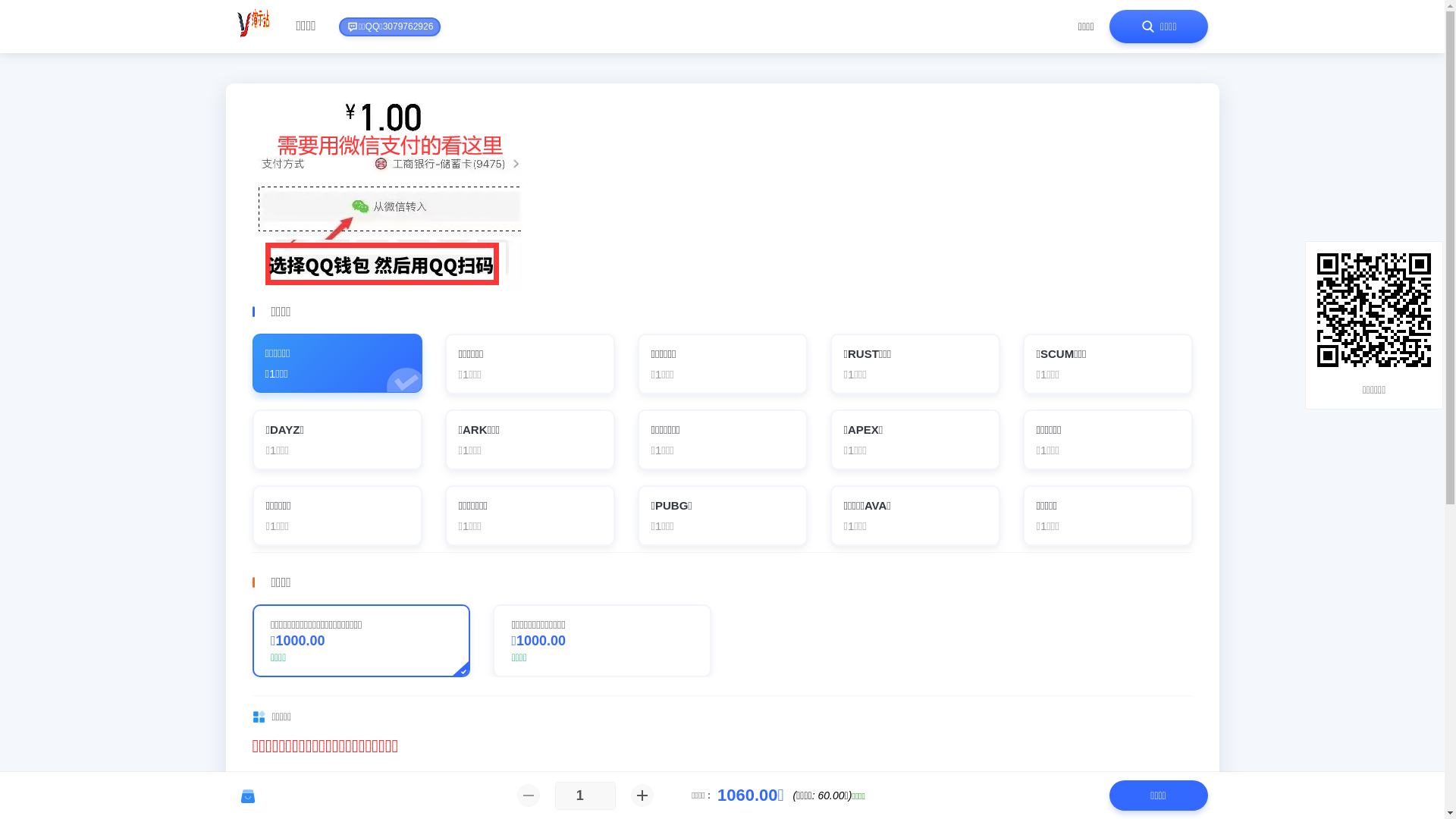 The height and width of the screenshot is (819, 1456). Describe the element at coordinates (1316, 309) in the screenshot. I see `'https://shop.58yunka.cn//link/3403FCDF'` at that location.